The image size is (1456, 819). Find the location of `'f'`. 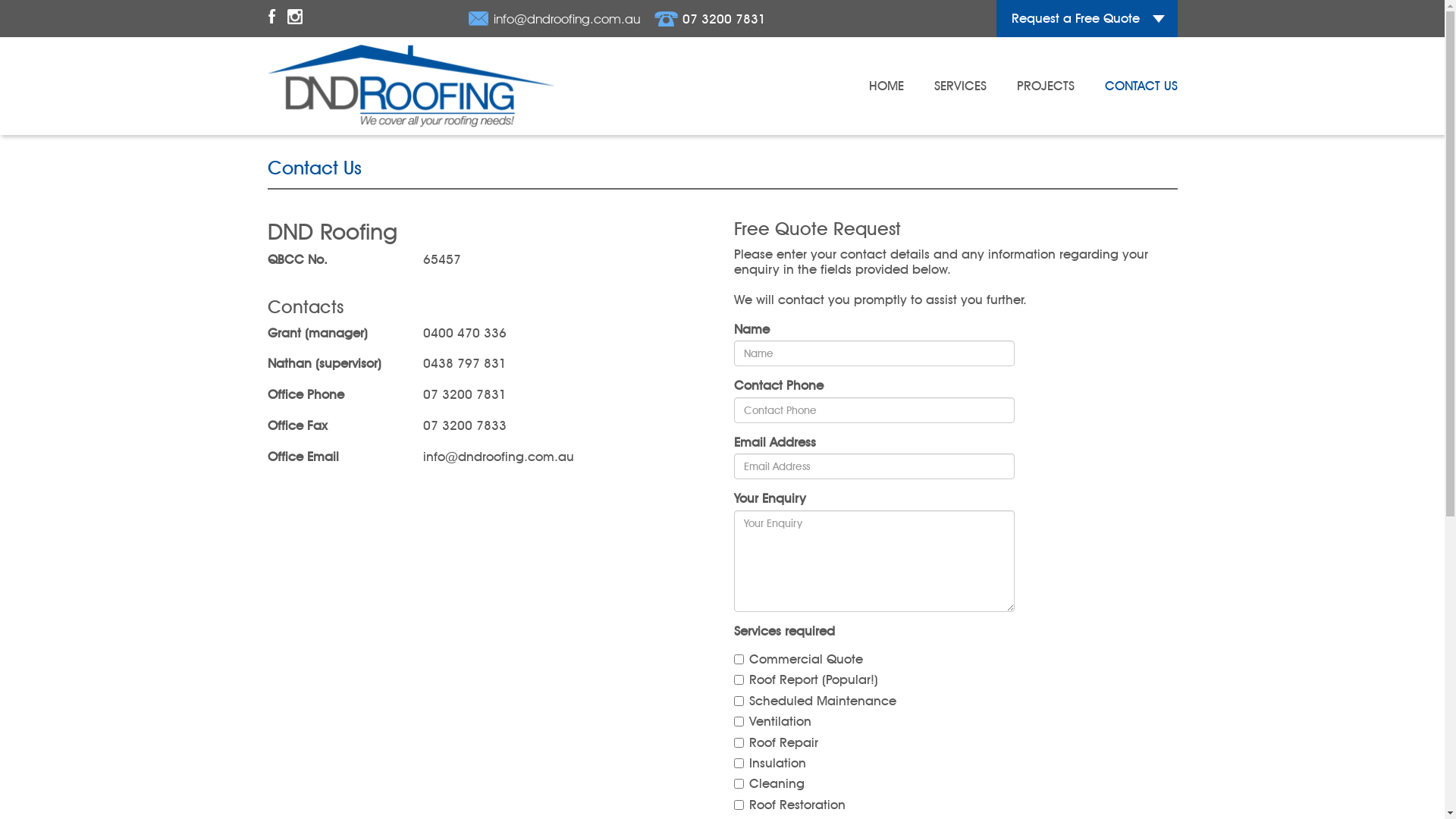

'f' is located at coordinates (271, 18).